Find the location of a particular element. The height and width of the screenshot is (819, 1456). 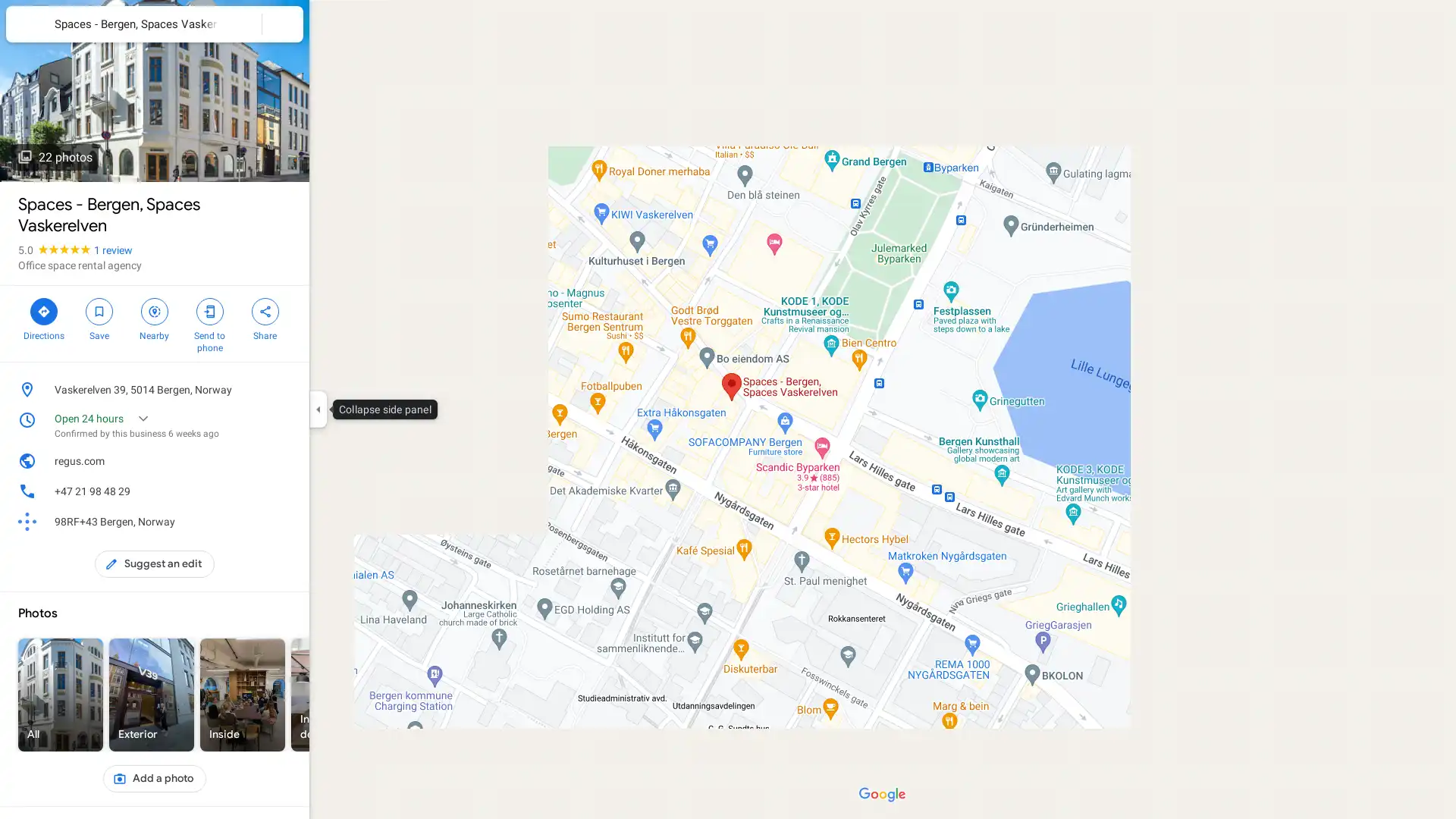

Clear search is located at coordinates (283, 24).